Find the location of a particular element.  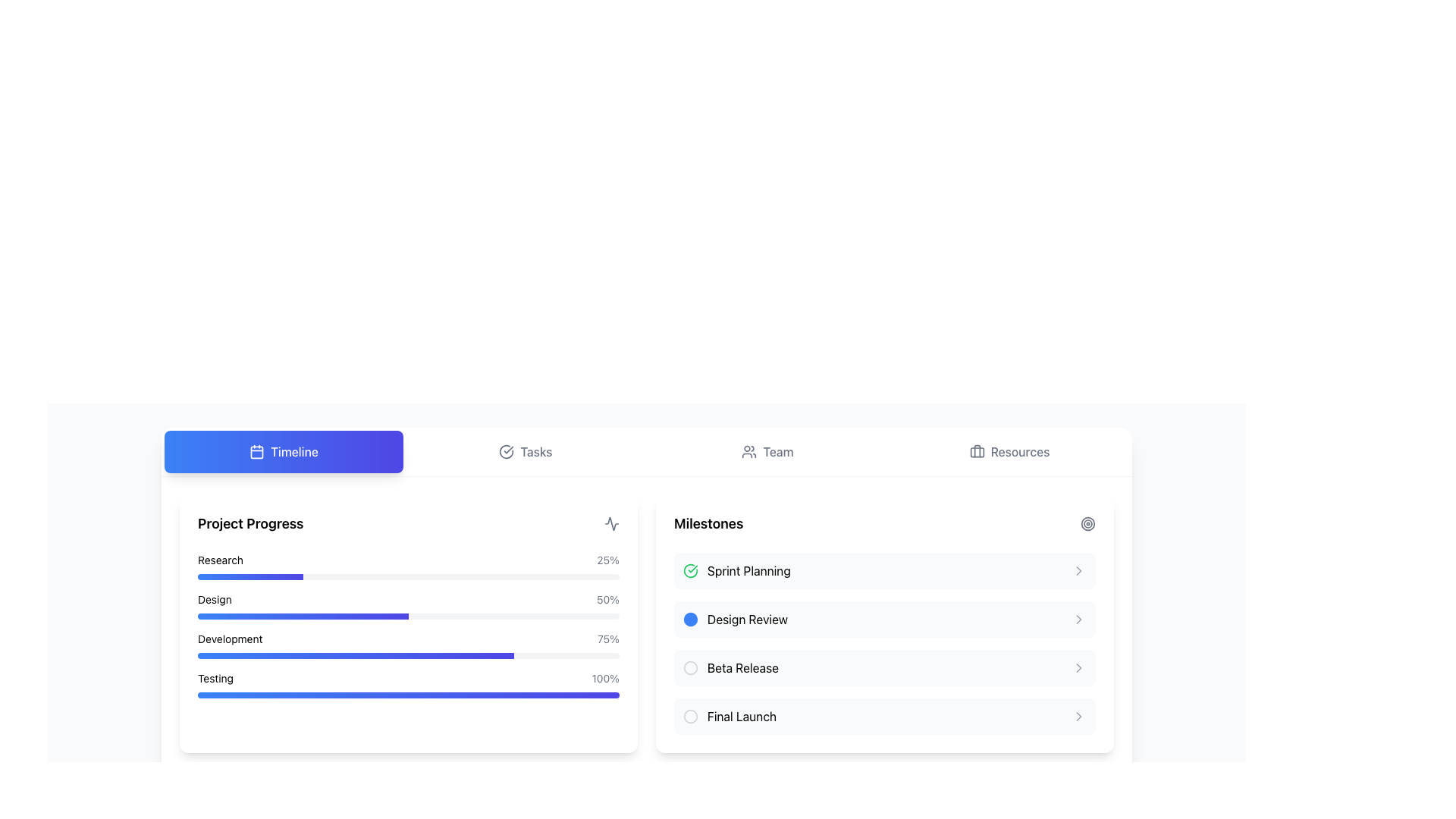

displayed text from the text label showing '75%' in gray color, found in the 'Project Progress' section next to the 'Development' progress bar is located at coordinates (608, 639).